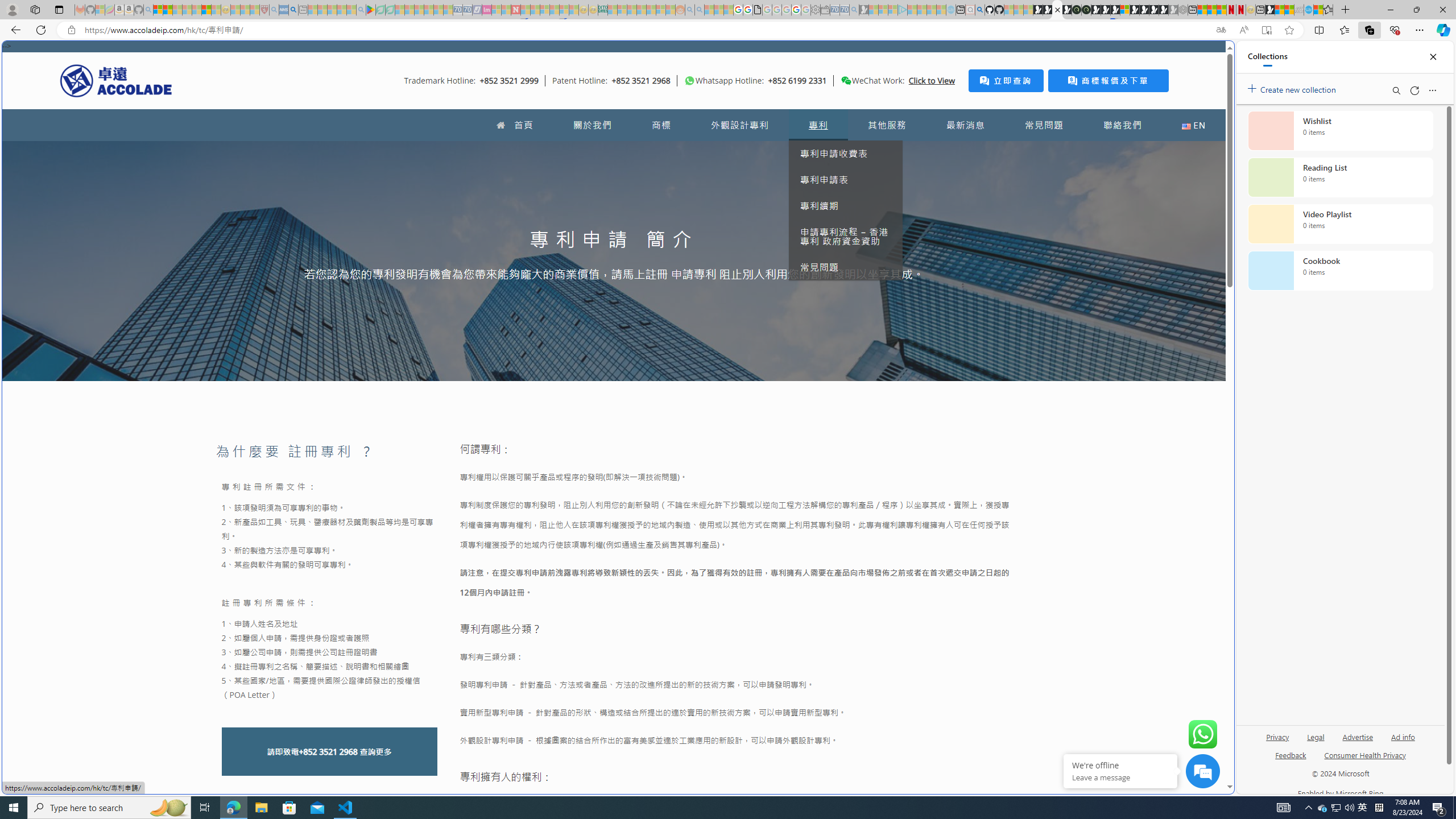 The height and width of the screenshot is (819, 1456). Describe the element at coordinates (115, 80) in the screenshot. I see `'Accolade IP HK Logo'` at that location.